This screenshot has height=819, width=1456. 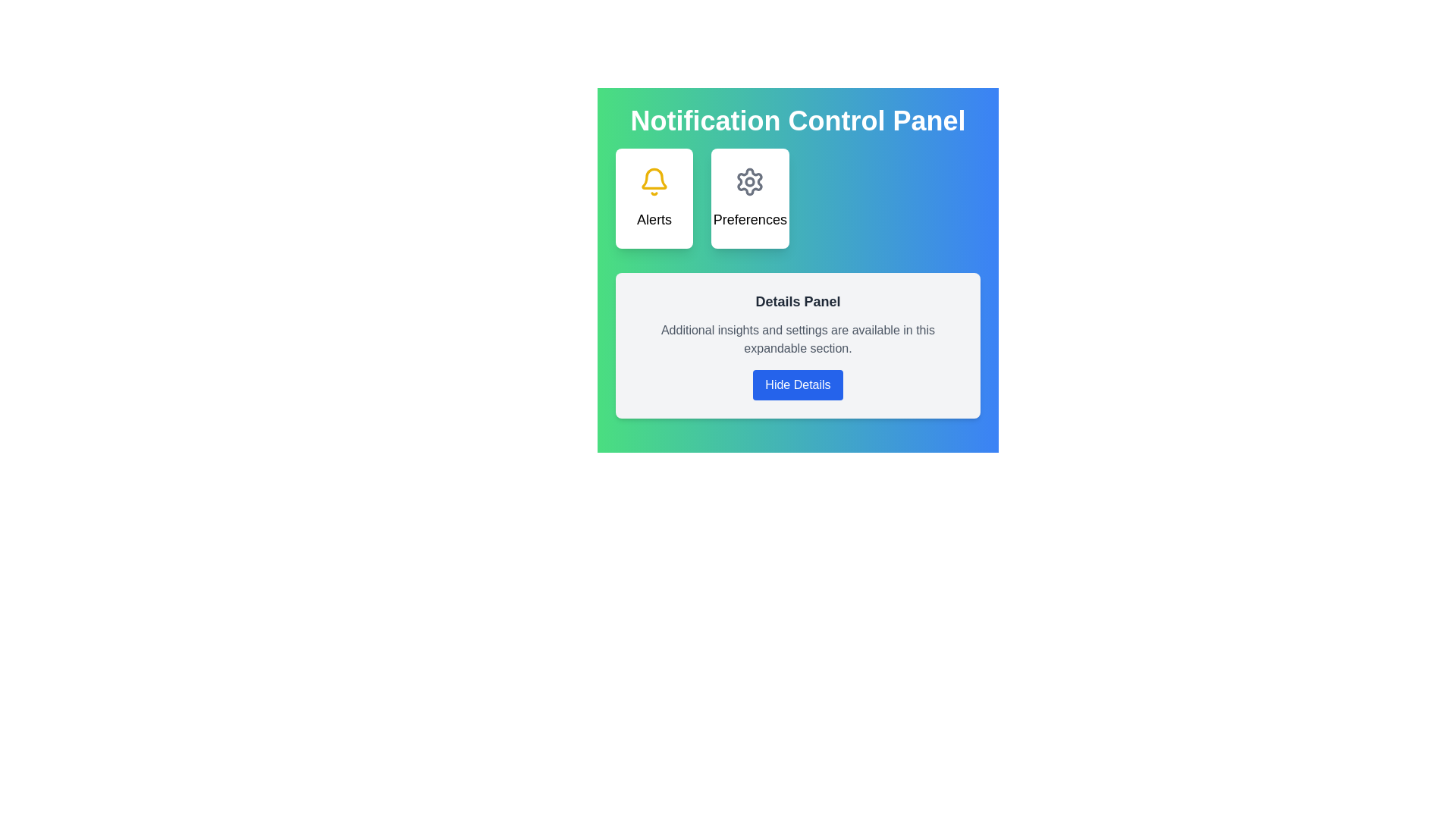 What do you see at coordinates (750, 180) in the screenshot?
I see `the Preferences icon, which visually represents the settings or customization entry point located to the right of the Alerts section within the Preferences category of the interface` at bounding box center [750, 180].